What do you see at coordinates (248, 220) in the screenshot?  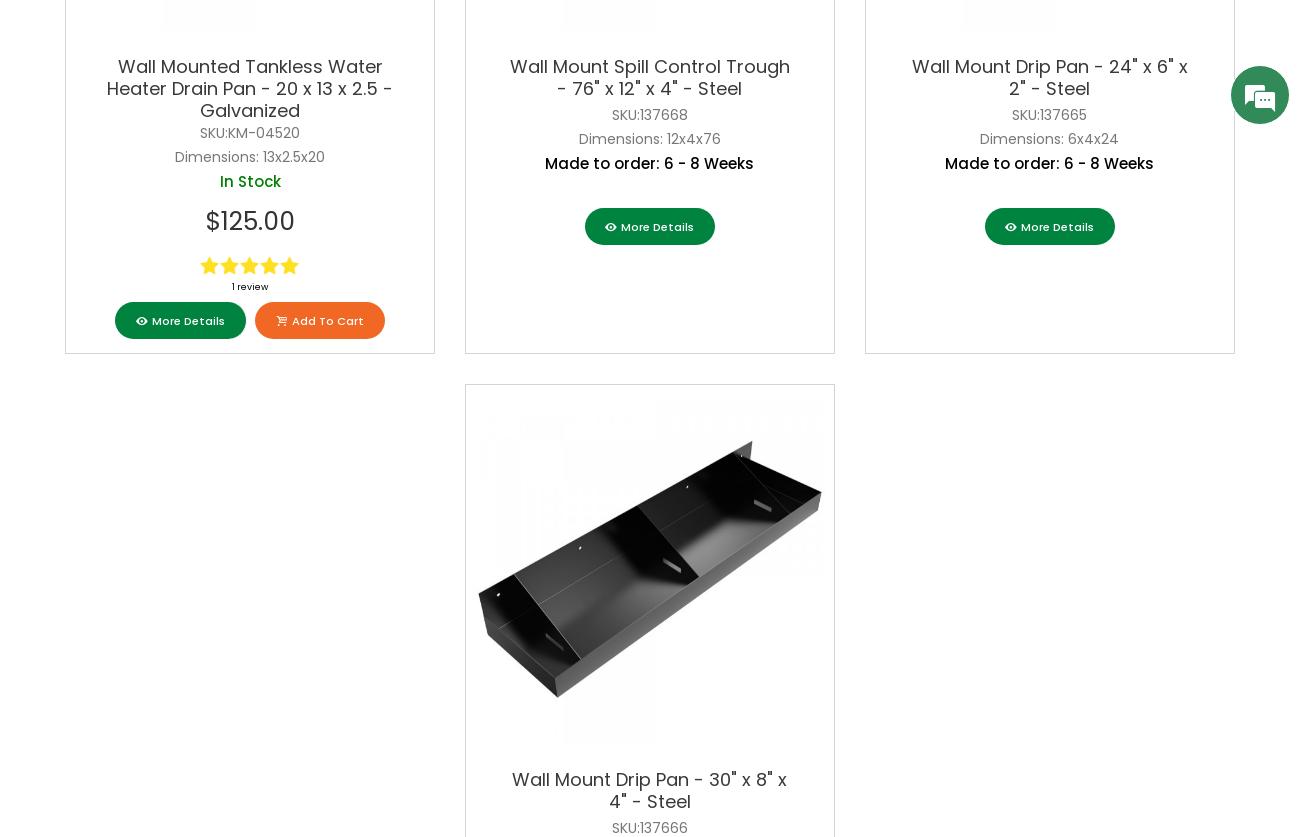 I see `'$125.00'` at bounding box center [248, 220].